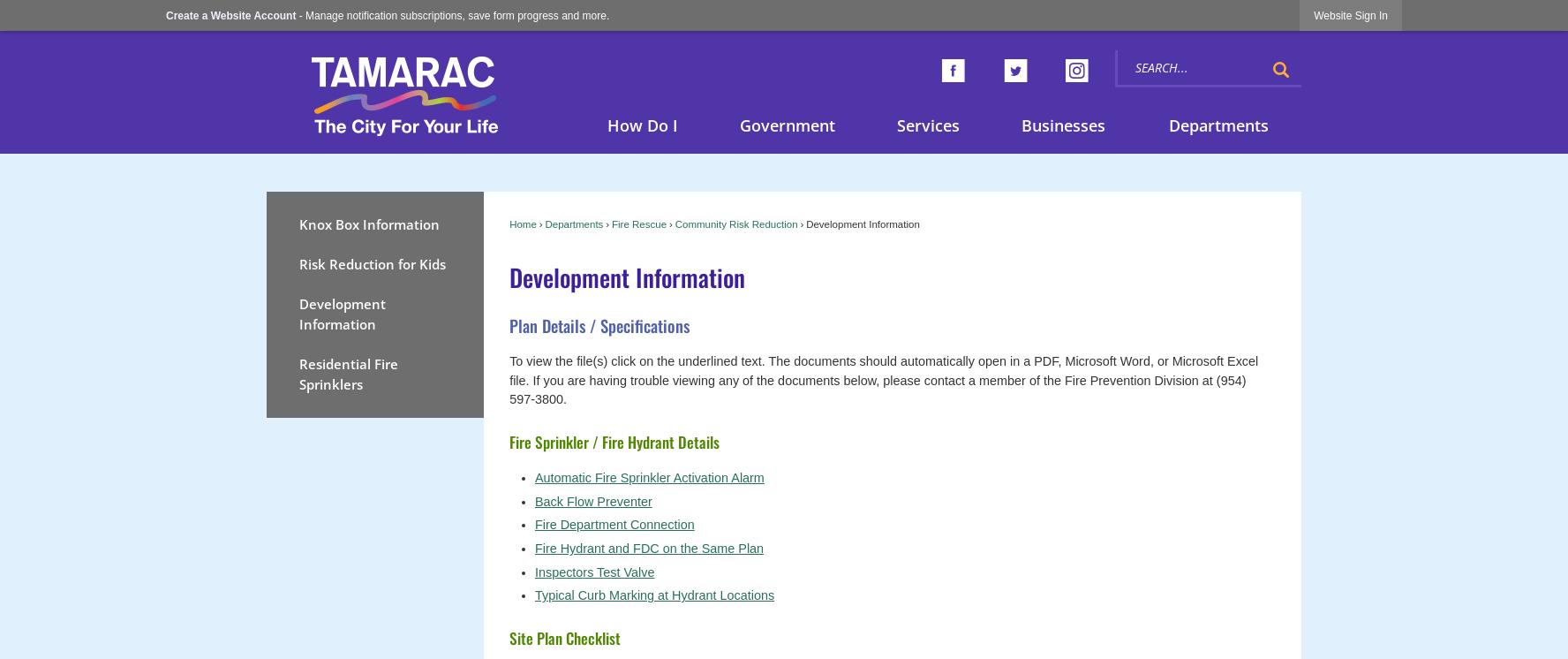 Image resolution: width=1568 pixels, height=659 pixels. I want to click on 'Community Risk Reduction', so click(735, 223).